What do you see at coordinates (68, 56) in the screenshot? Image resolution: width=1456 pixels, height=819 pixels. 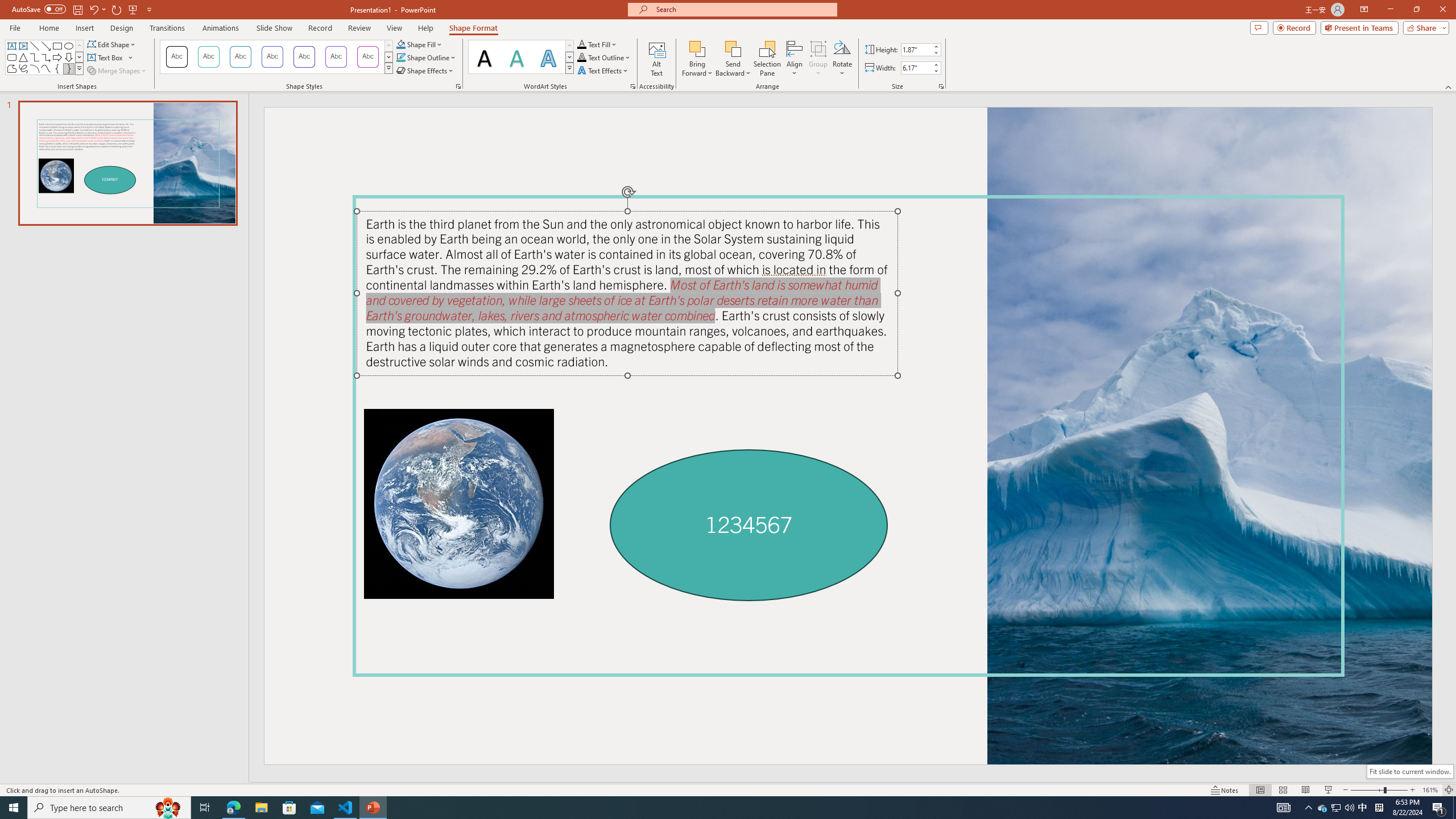 I see `'Arrow: Down'` at bounding box center [68, 56].